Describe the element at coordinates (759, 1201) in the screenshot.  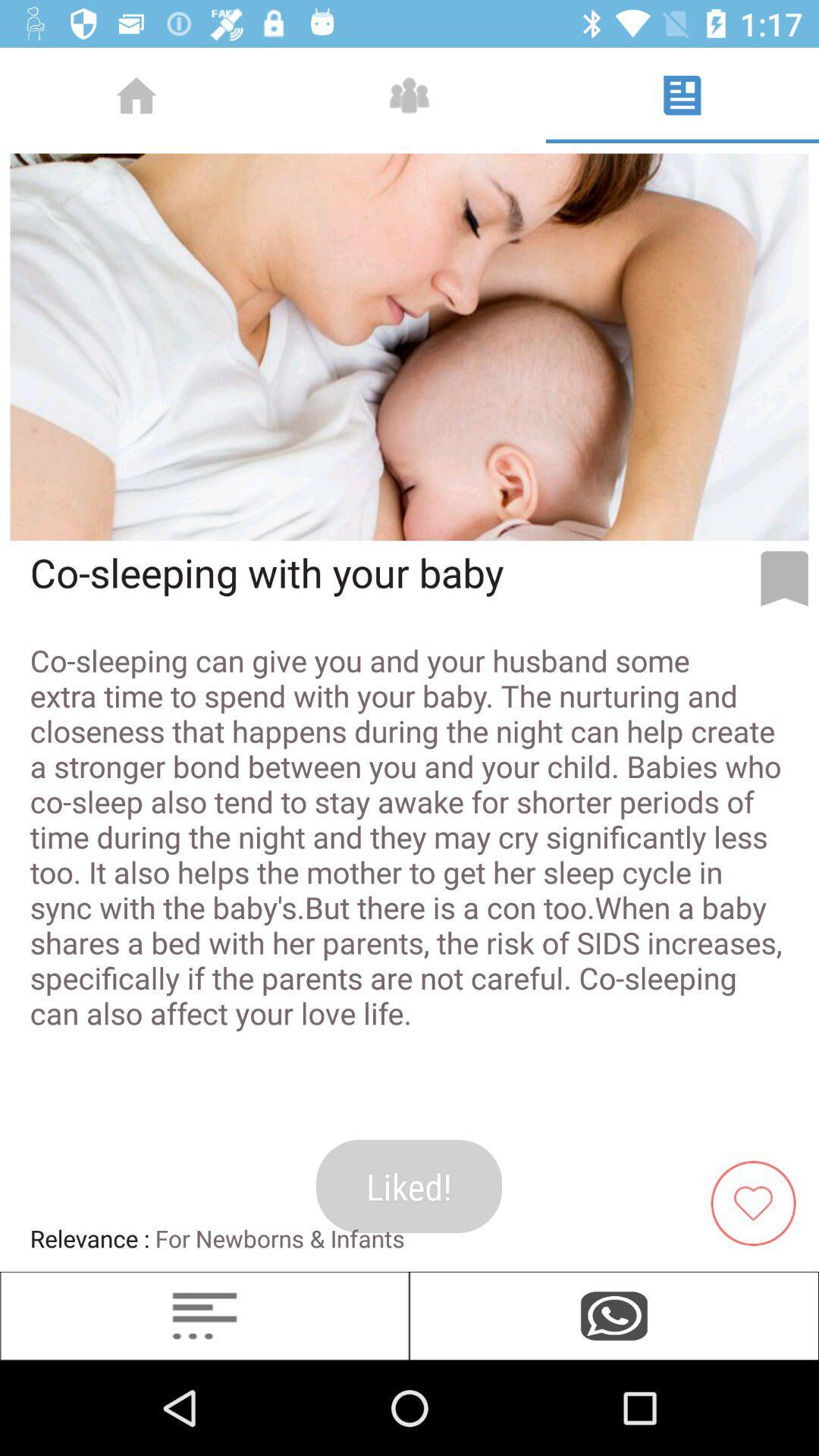
I see `like article` at that location.